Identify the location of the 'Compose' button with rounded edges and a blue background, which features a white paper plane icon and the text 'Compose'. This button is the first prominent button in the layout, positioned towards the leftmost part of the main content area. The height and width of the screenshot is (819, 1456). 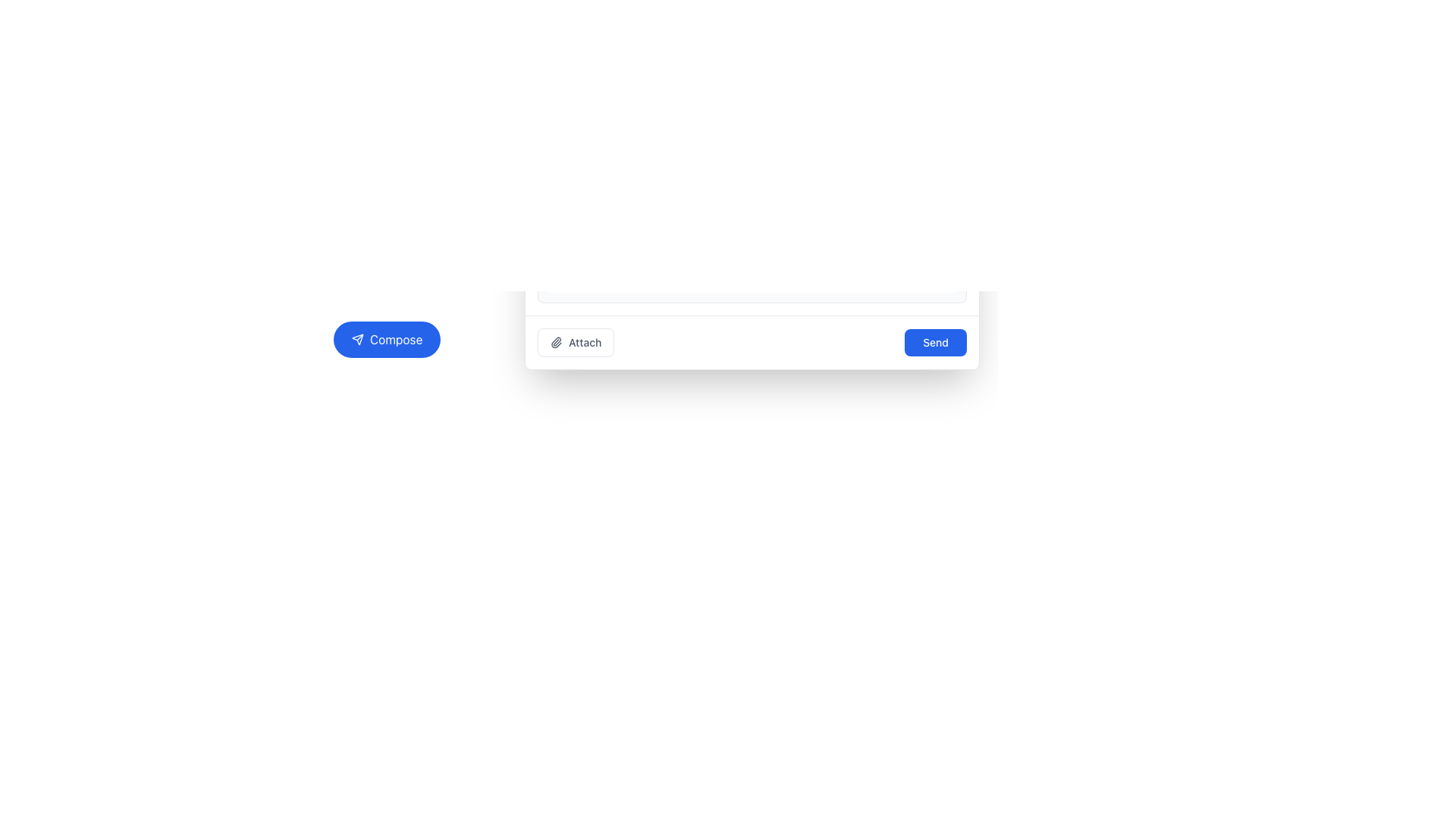
(387, 338).